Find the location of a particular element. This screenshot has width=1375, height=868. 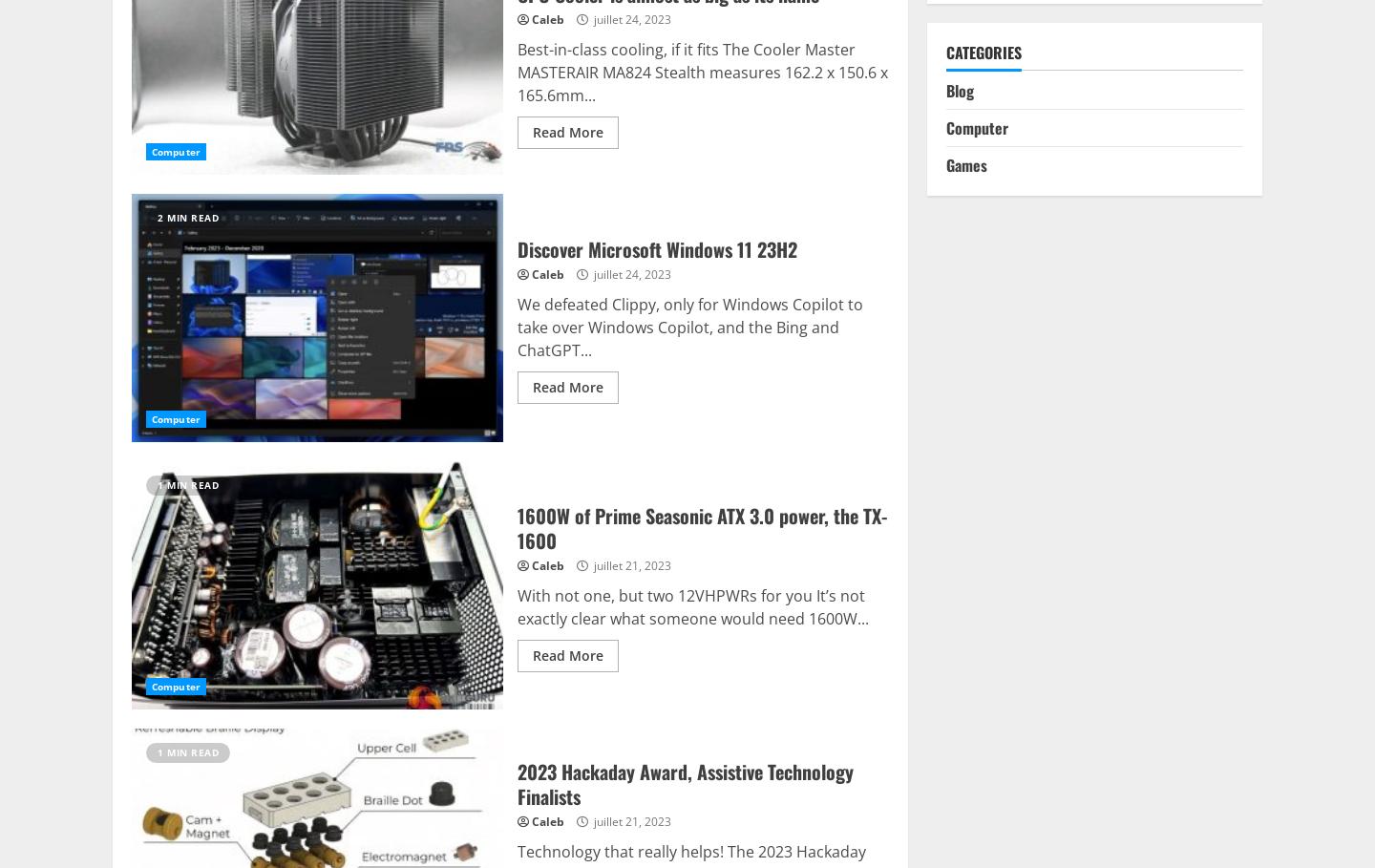

'Blog' is located at coordinates (944, 88).